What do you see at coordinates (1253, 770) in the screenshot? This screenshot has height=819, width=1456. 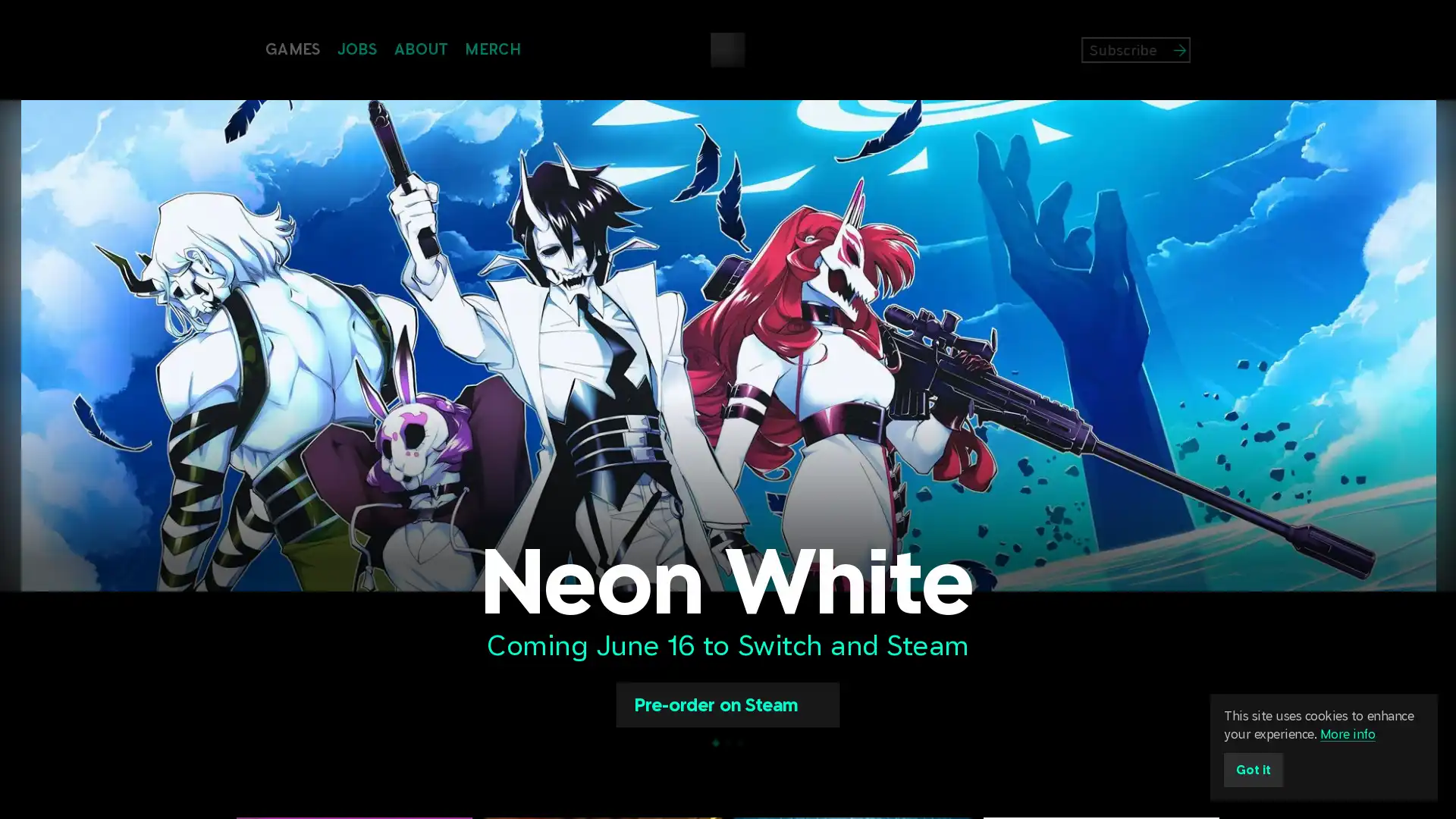 I see `Got it` at bounding box center [1253, 770].